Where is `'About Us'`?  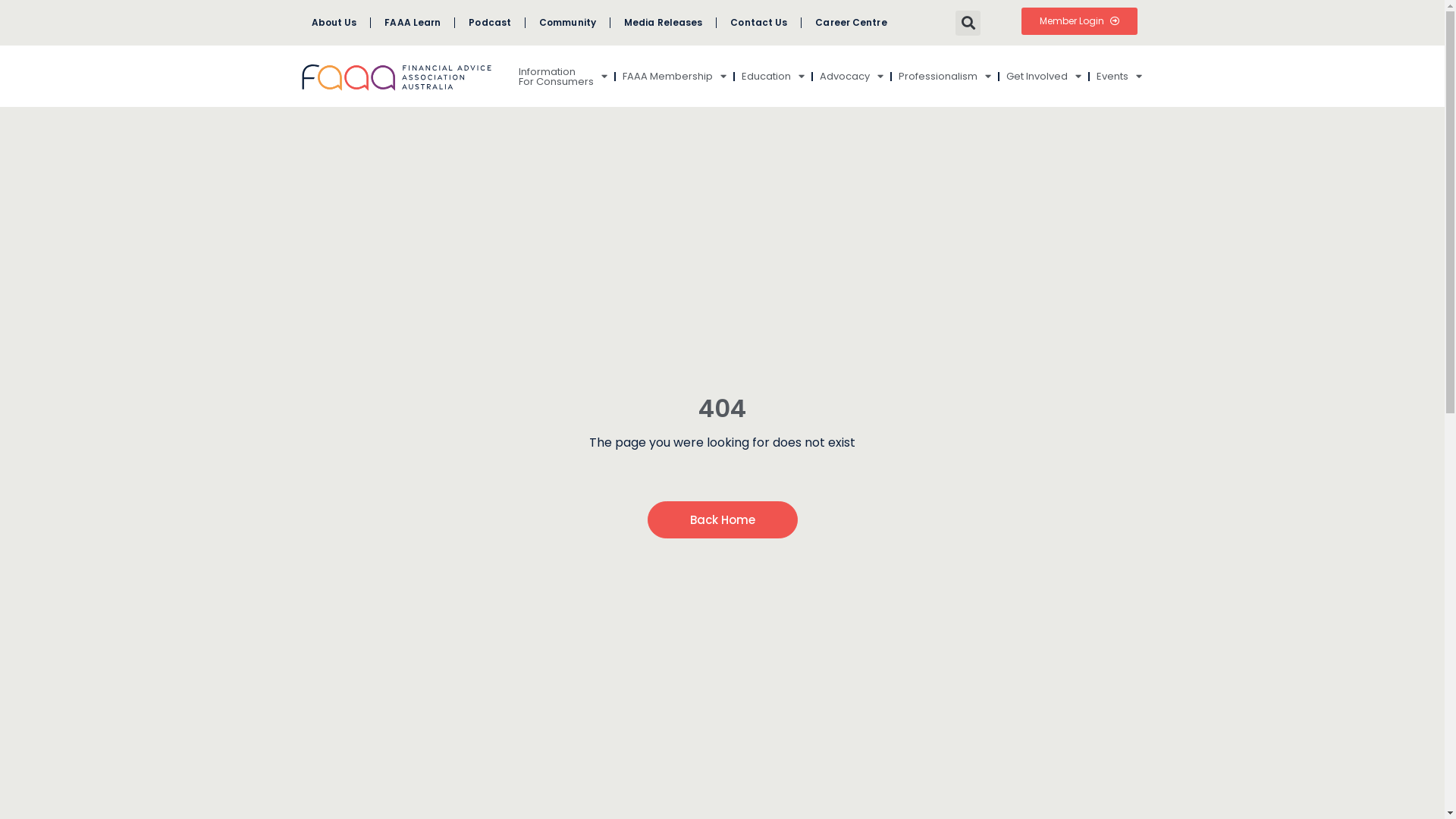
'About Us' is located at coordinates (297, 23).